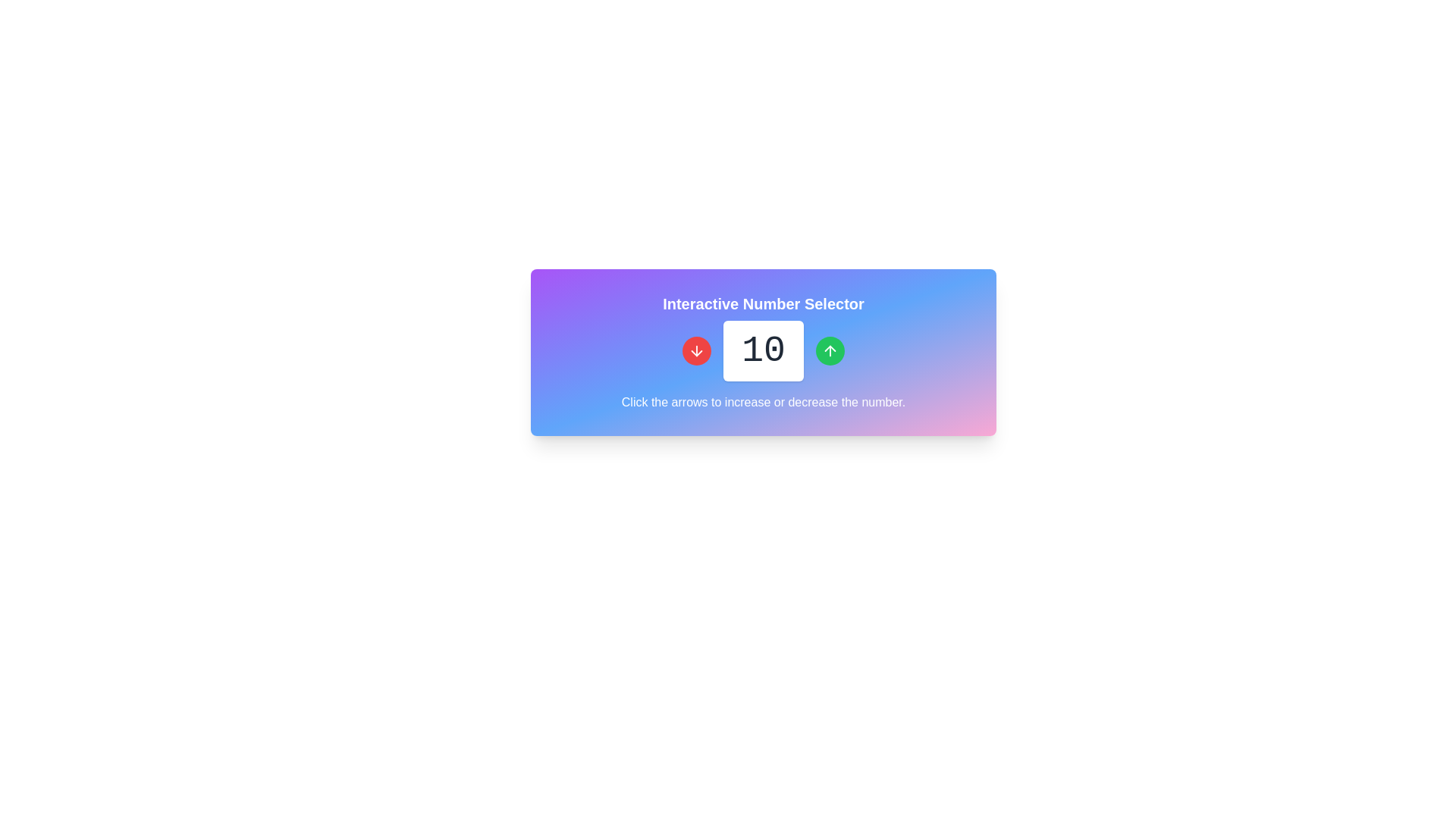  Describe the element at coordinates (696, 350) in the screenshot. I see `the red circular button with a downward arrow icon on the left side of the horizontal layout` at that location.